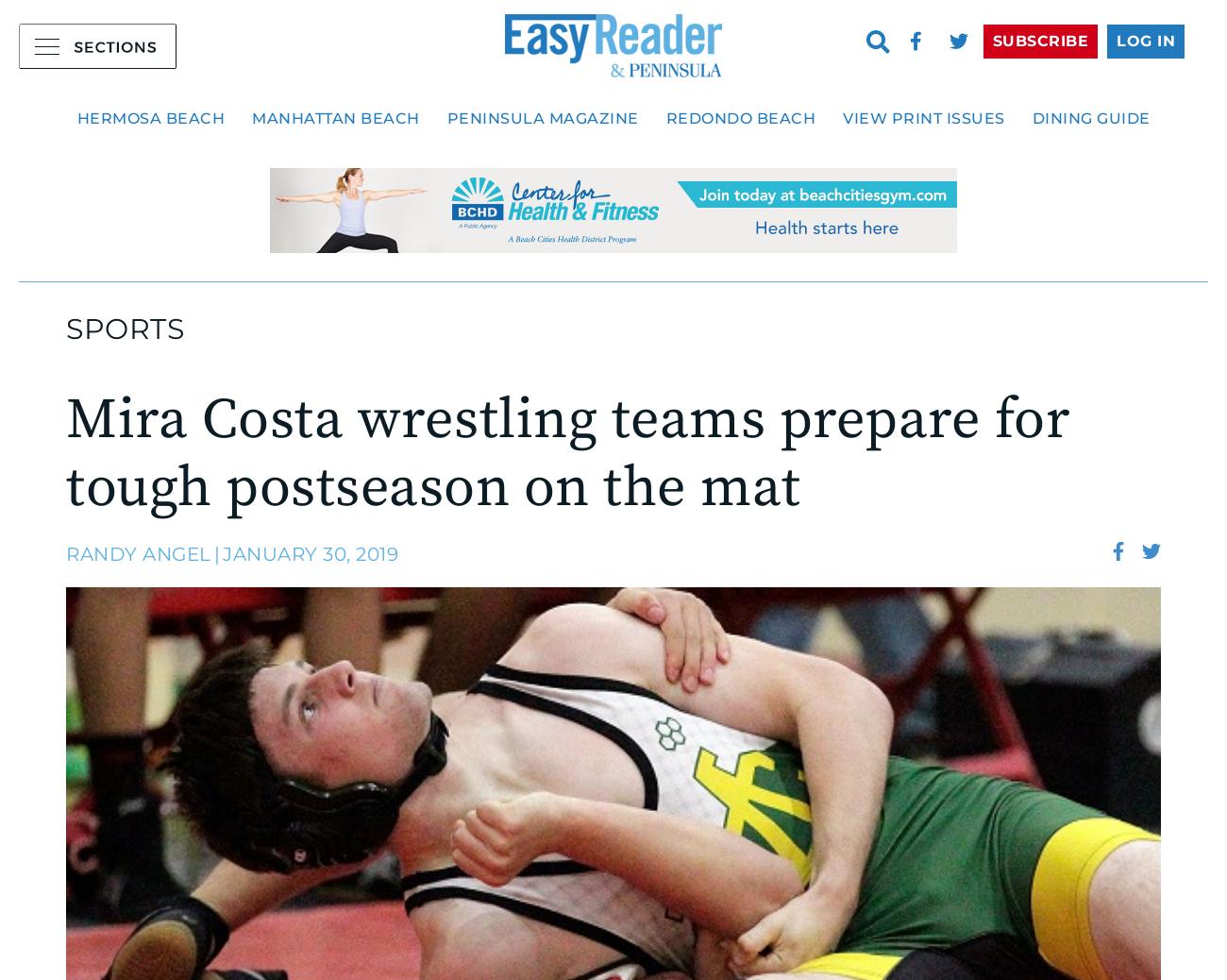  What do you see at coordinates (739, 117) in the screenshot?
I see `'Redondo Beach'` at bounding box center [739, 117].